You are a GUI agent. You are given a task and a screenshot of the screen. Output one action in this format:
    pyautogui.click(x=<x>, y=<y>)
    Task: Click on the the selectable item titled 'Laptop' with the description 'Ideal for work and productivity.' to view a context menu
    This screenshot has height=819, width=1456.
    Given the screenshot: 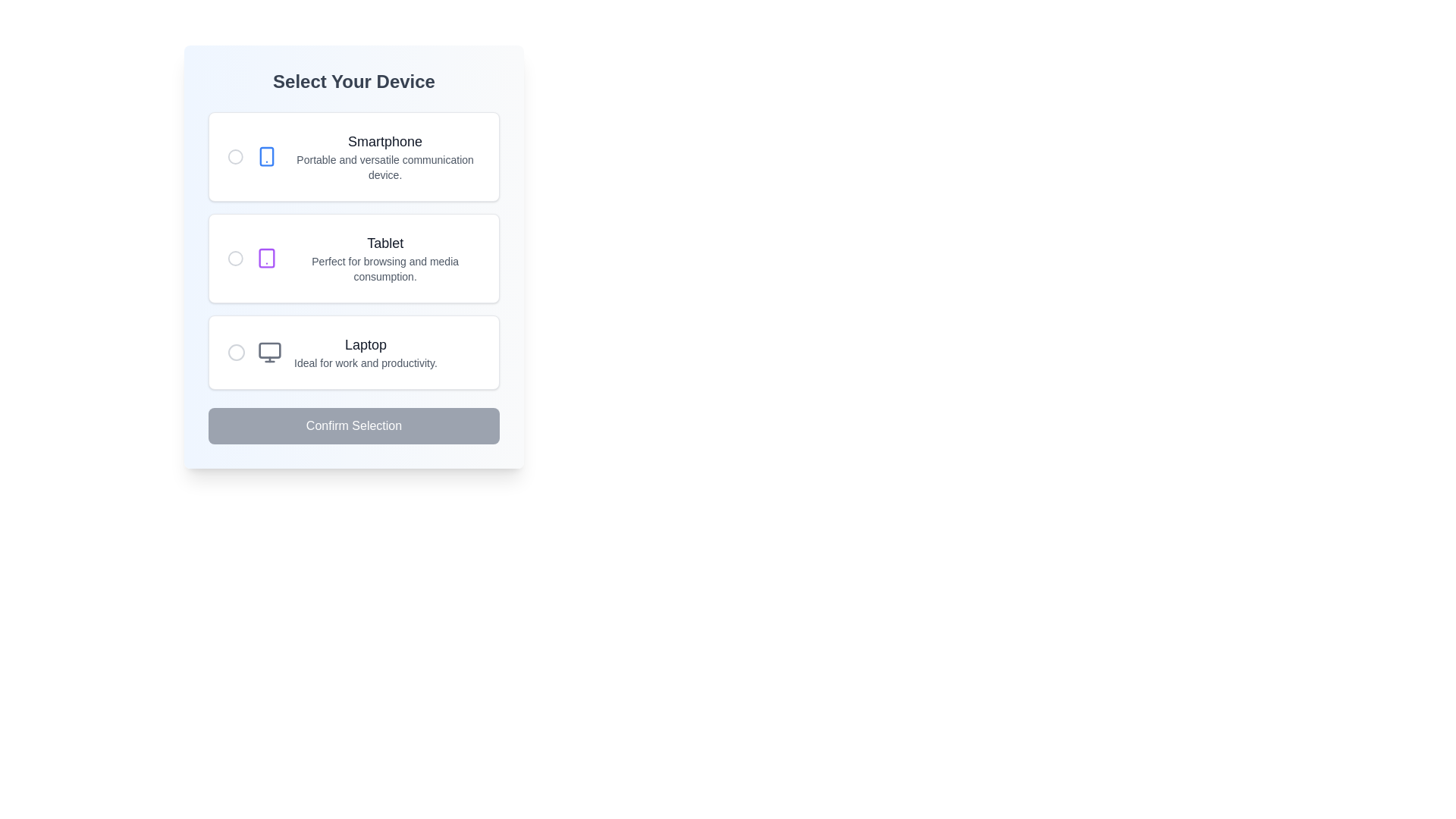 What is the action you would take?
    pyautogui.click(x=347, y=353)
    